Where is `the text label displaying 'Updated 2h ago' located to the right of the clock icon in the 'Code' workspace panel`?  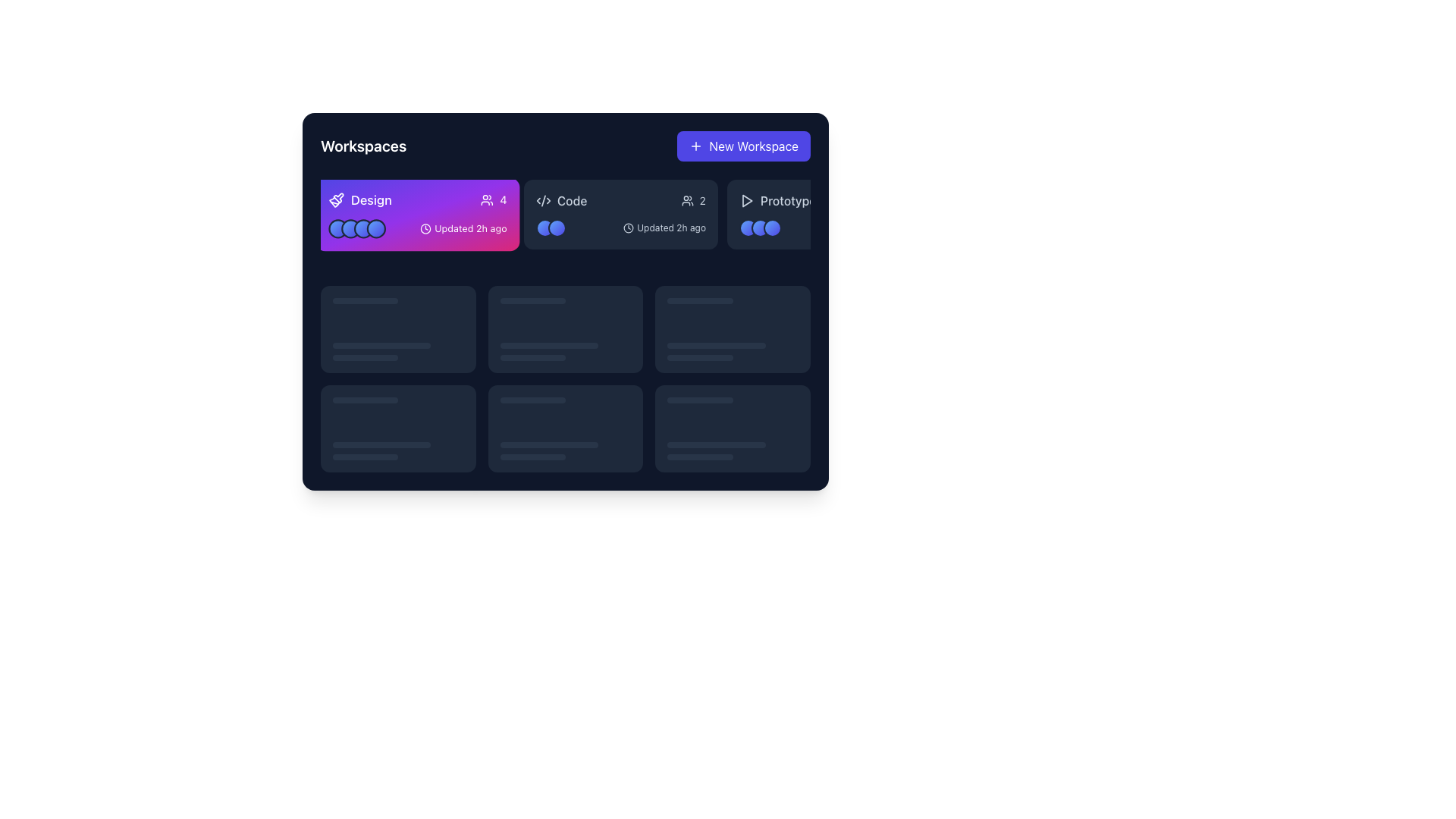
the text label displaying 'Updated 2h ago' located to the right of the clock icon in the 'Code' workspace panel is located at coordinates (670, 227).